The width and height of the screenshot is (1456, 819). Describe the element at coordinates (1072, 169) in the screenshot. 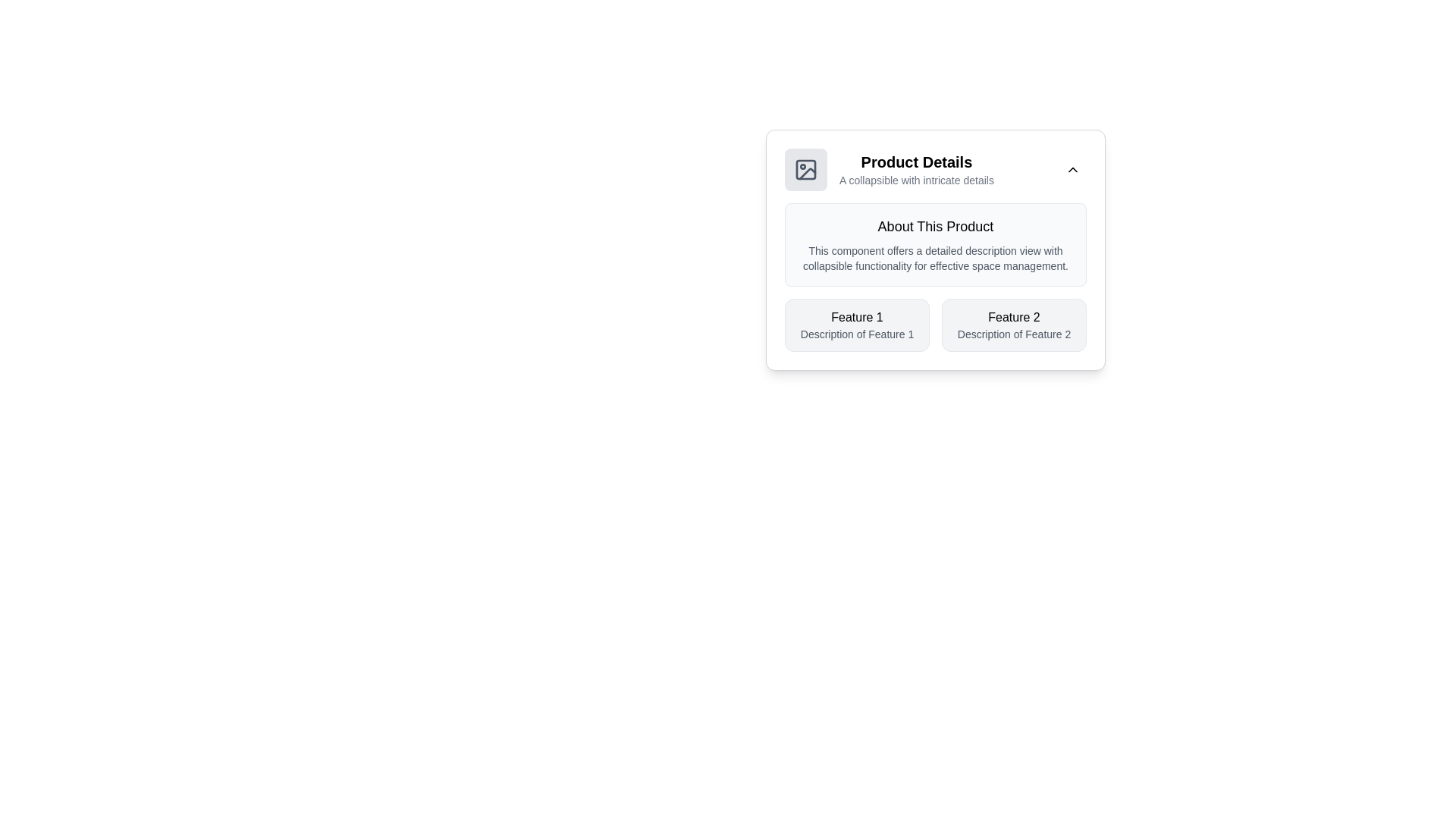

I see `the button located in the top-right corner of the 'Product Details' header section` at that location.